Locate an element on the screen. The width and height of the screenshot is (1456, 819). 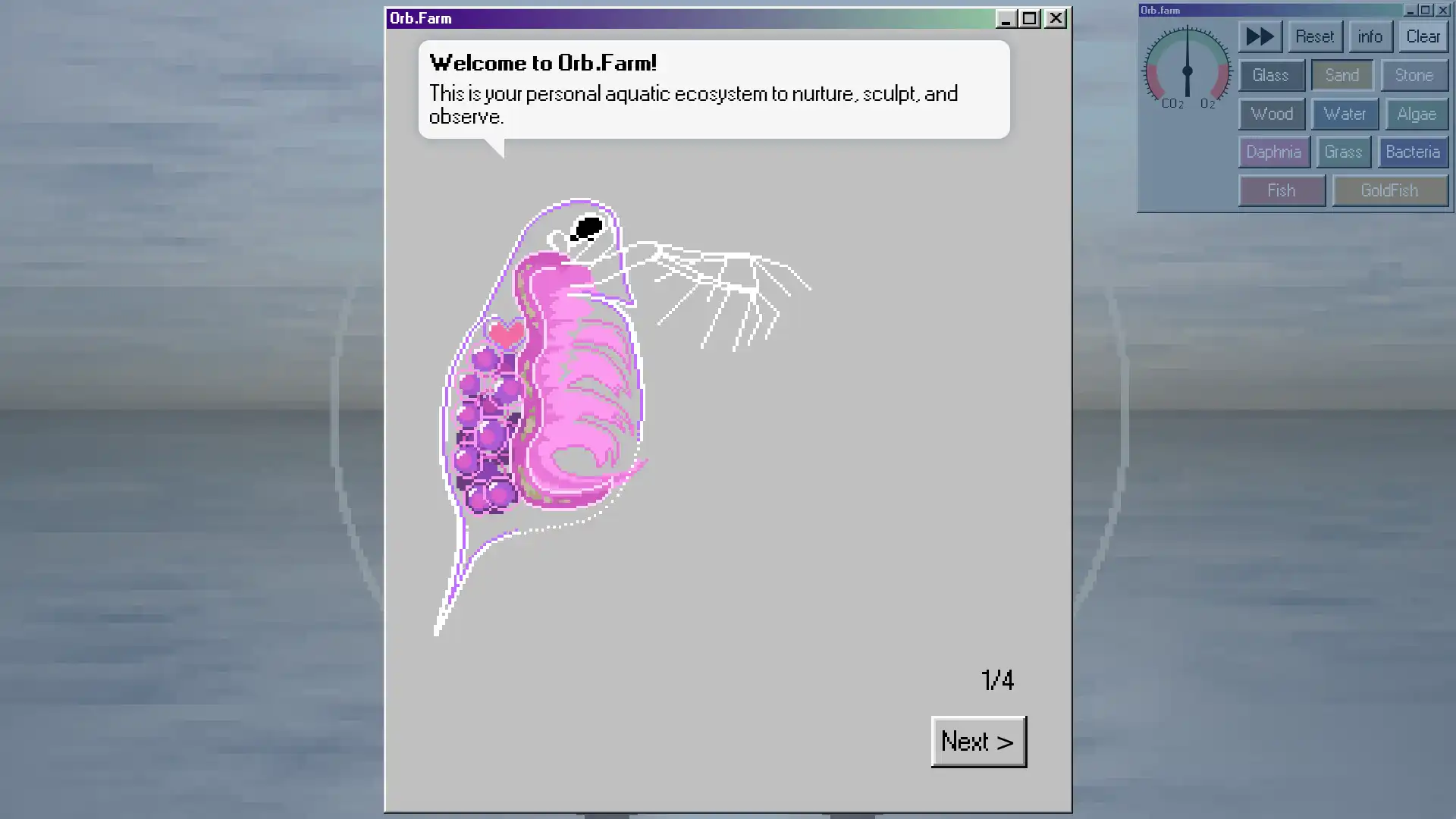
Glass is located at coordinates (677, 39).